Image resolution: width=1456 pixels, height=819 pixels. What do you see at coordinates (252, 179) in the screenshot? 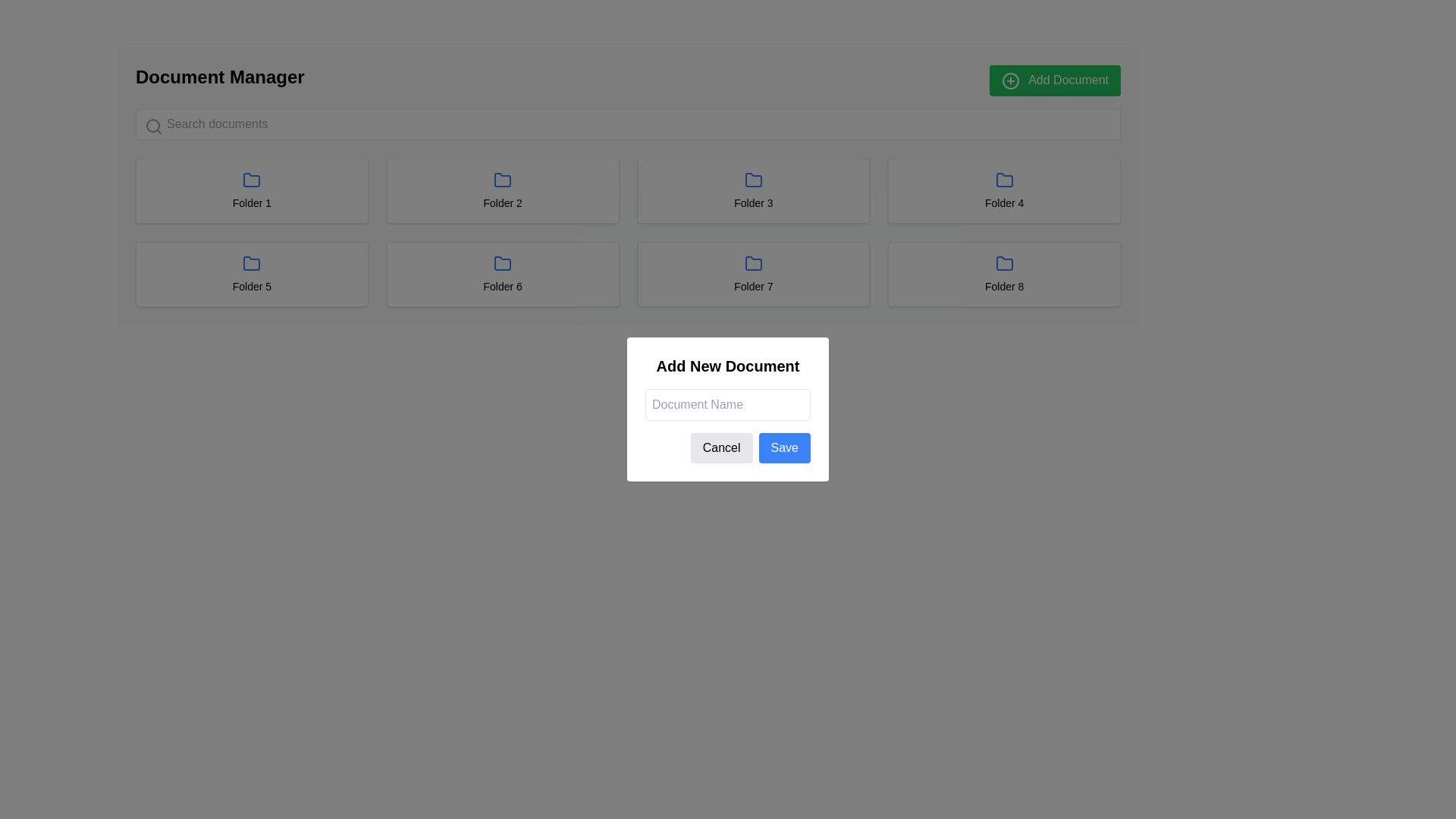
I see `the blue outlined folder icon located in the top-left grid card labeled 'Folder 1'` at bounding box center [252, 179].